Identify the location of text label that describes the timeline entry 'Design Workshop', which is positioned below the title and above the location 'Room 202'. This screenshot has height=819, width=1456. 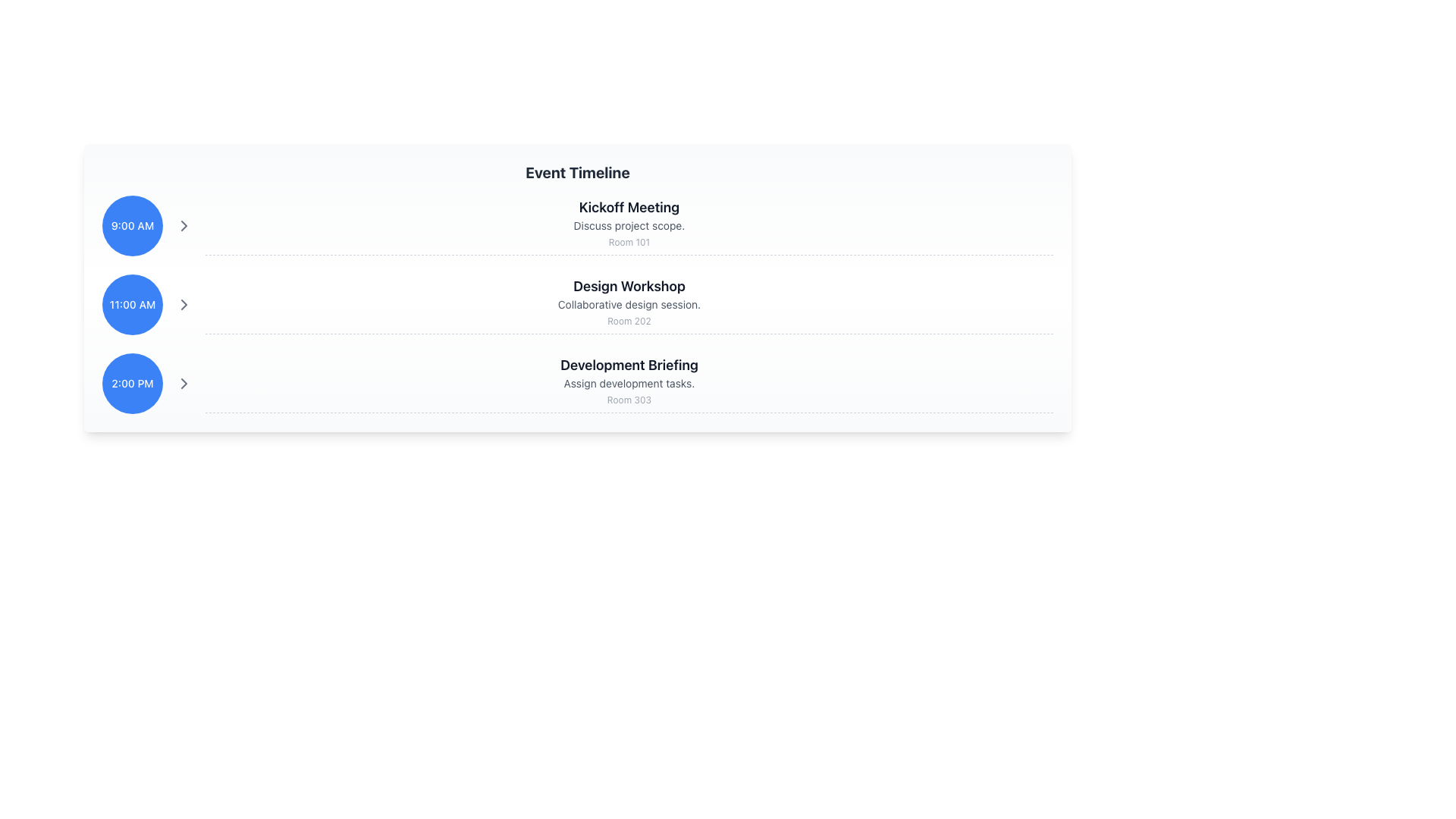
(629, 304).